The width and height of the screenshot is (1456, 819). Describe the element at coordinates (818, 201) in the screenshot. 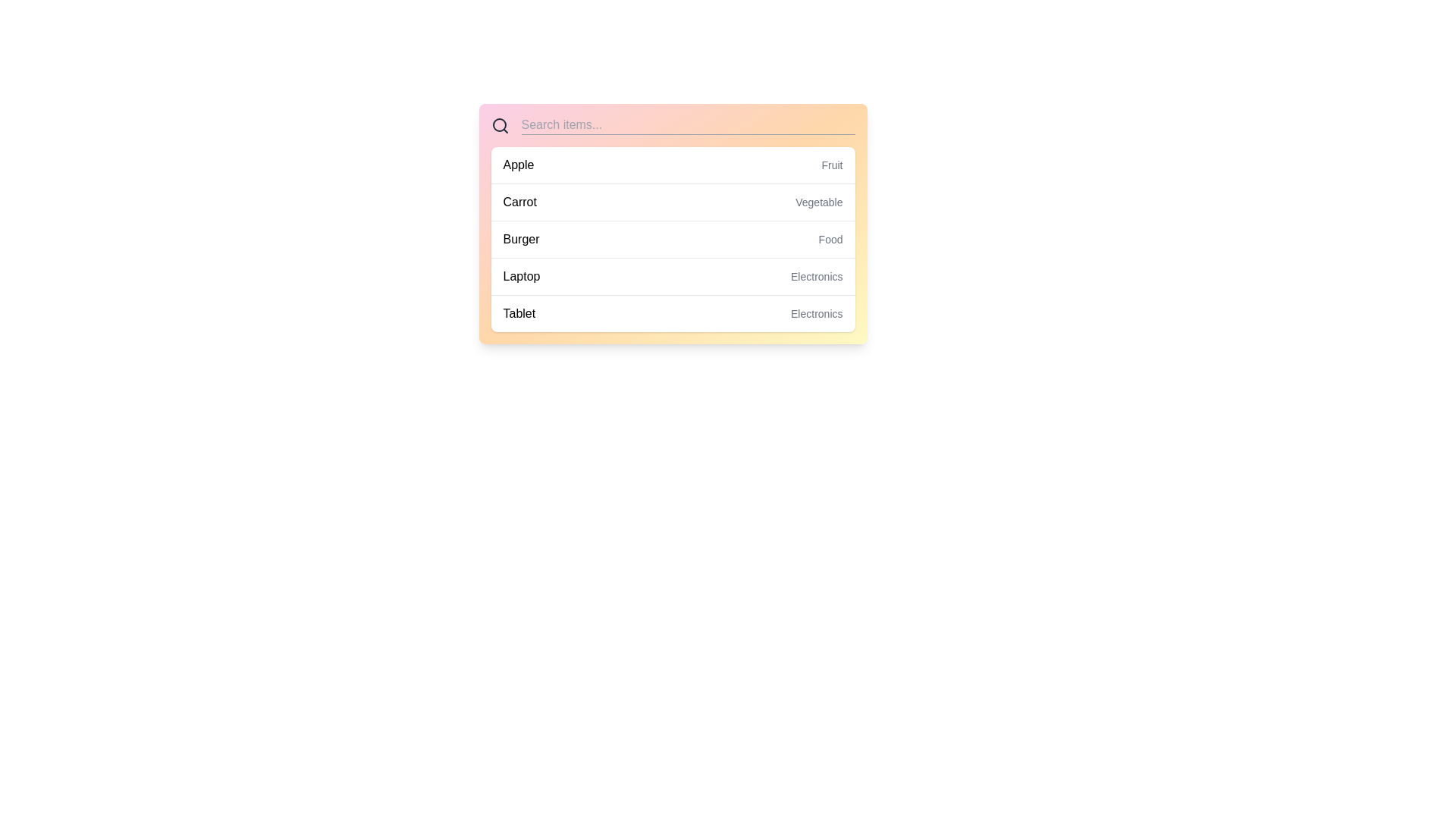

I see `the 'Vegetable' label that categorizes the 'Carrot' entry in the search results interface, which is located in the second row of the list` at that location.